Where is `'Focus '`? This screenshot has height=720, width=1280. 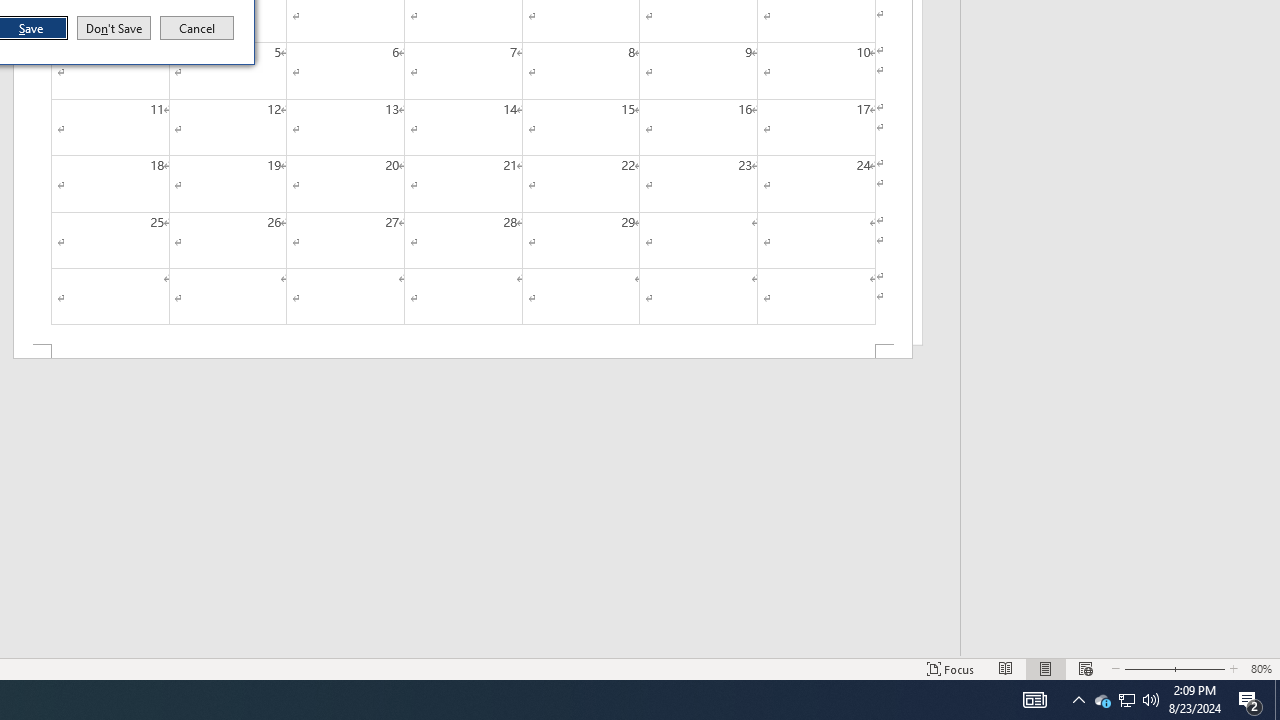 'Focus ' is located at coordinates (950, 669).